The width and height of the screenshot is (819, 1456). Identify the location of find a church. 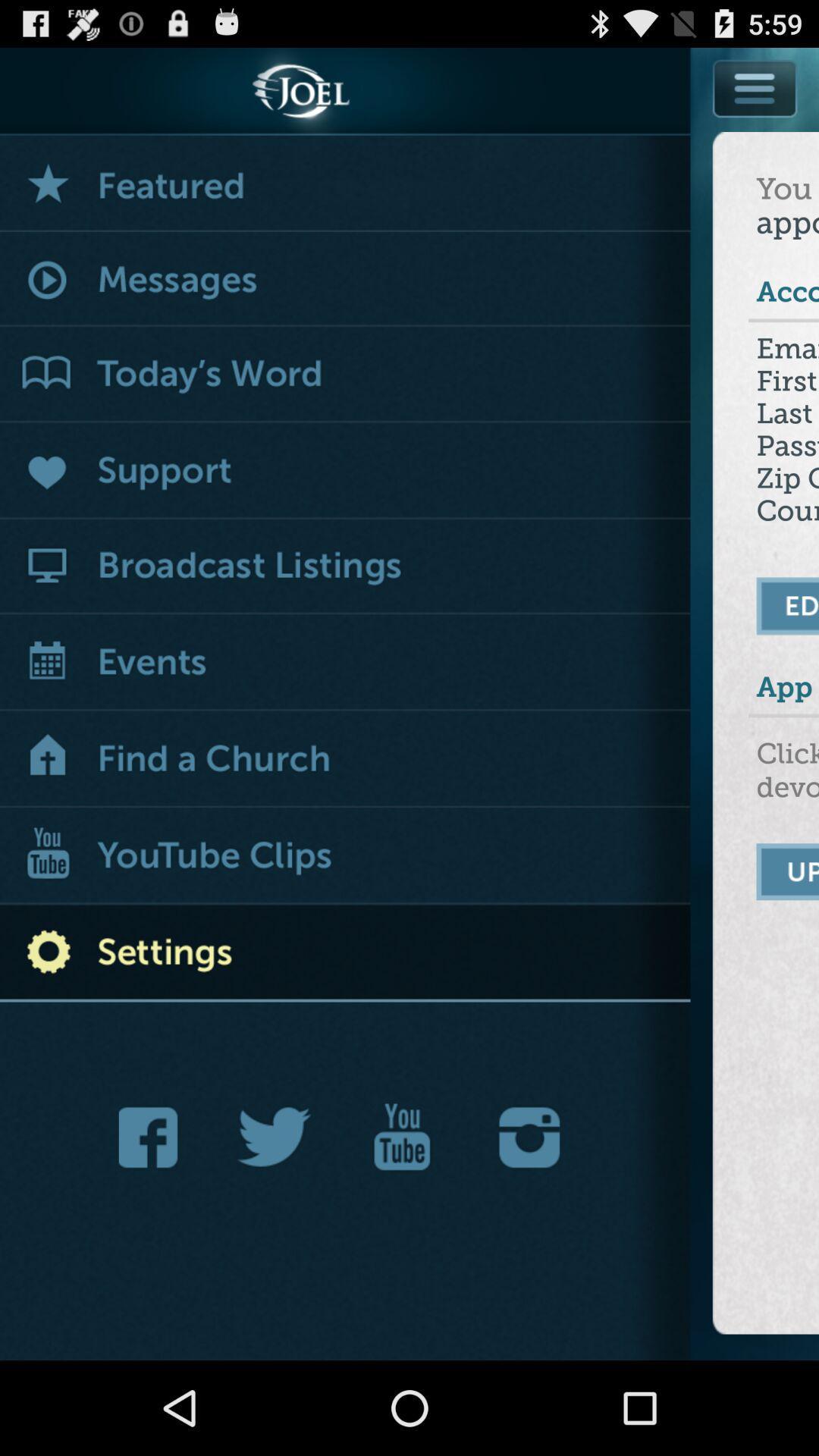
(345, 760).